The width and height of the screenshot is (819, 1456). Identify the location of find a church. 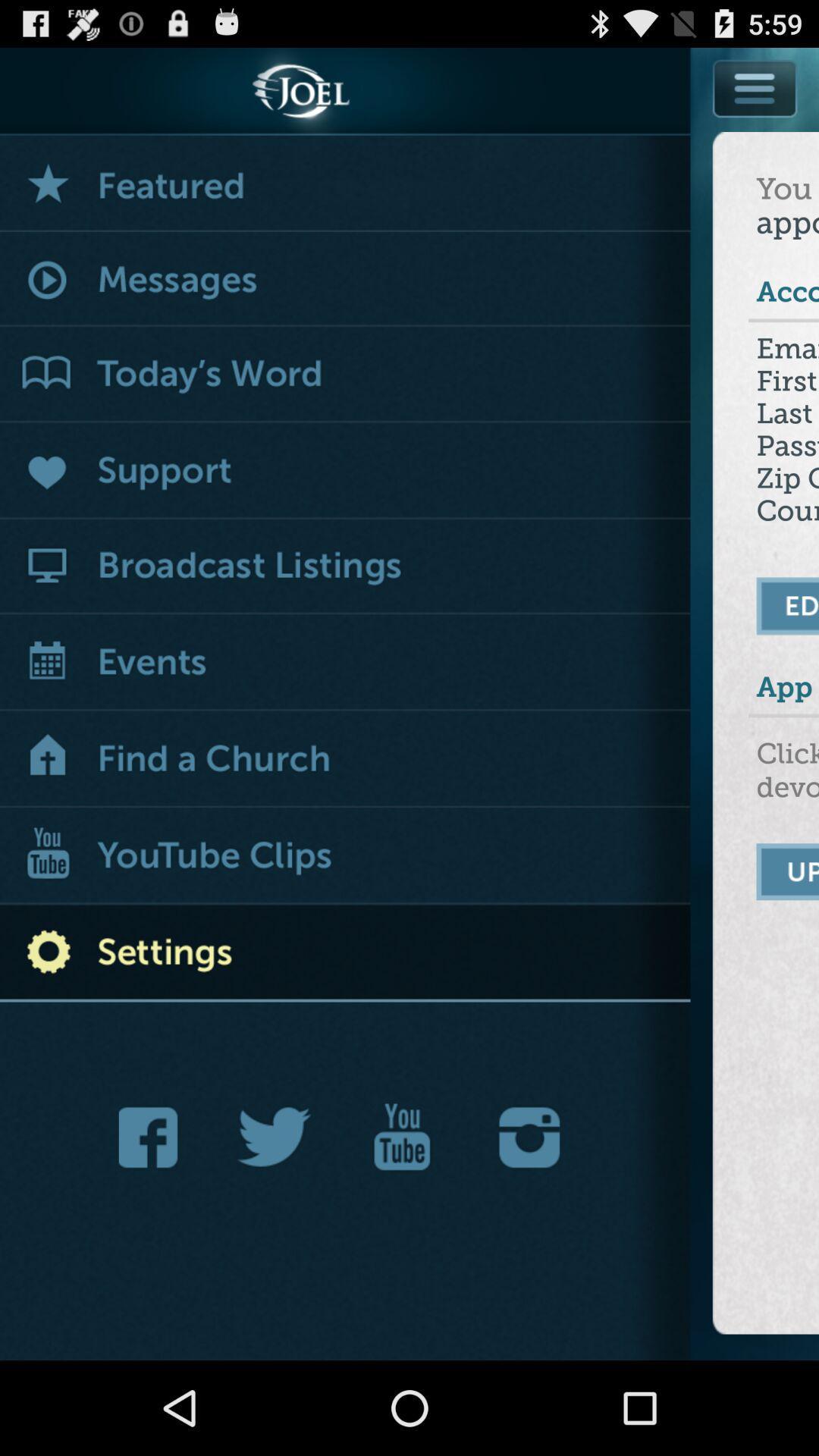
(345, 760).